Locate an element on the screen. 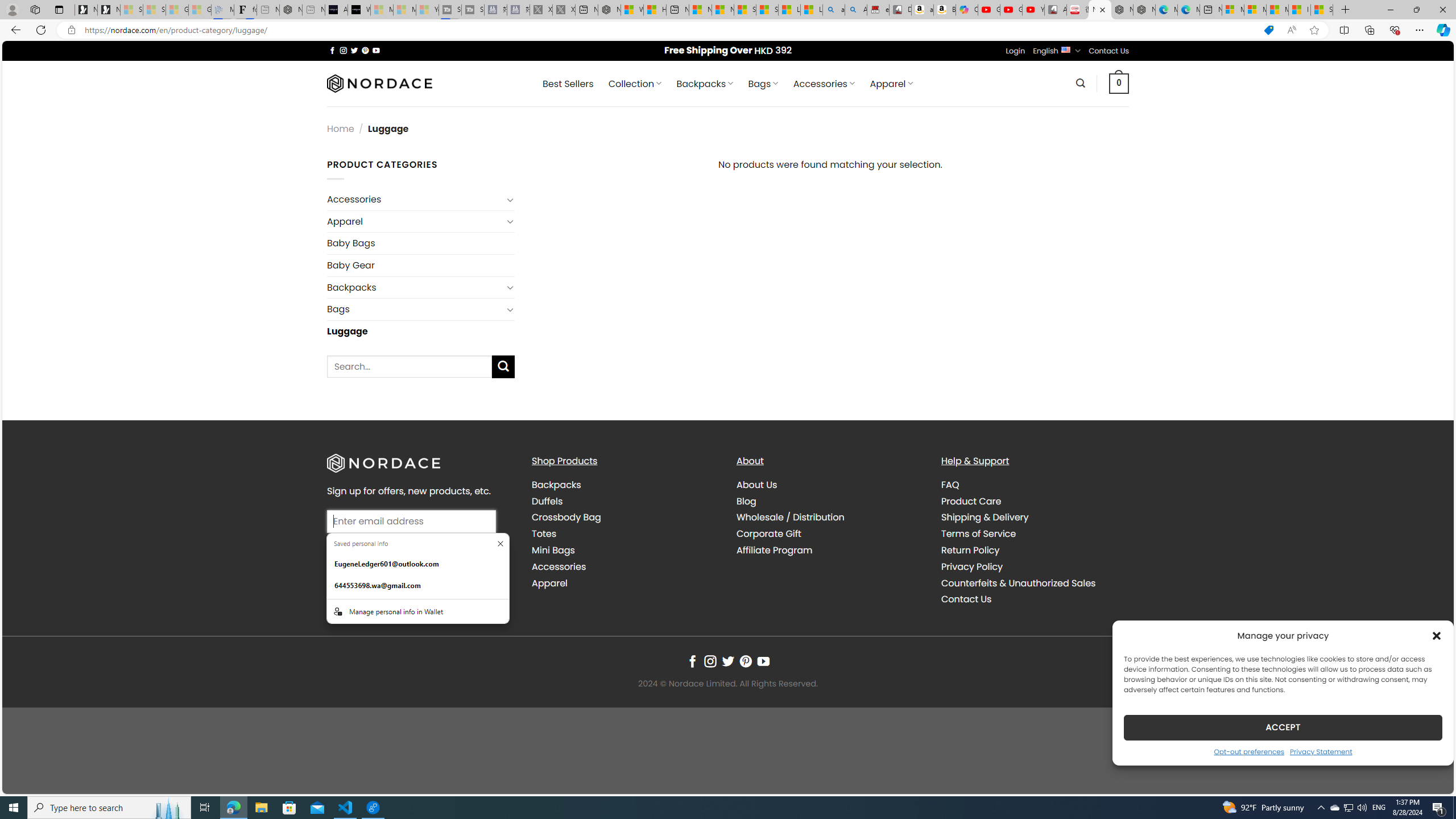 This screenshot has width=1456, height=819. 'Wholesale / Distribution' is located at coordinates (791, 517).